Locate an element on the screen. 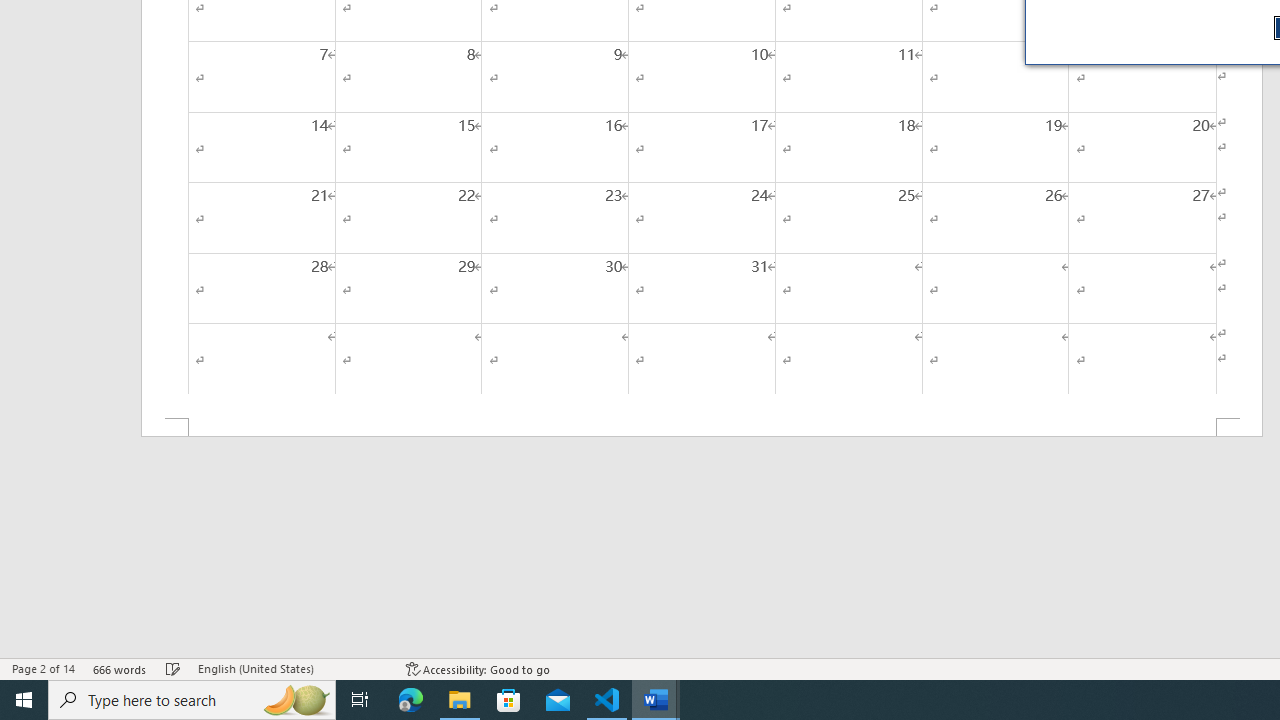  'Footer -Section 1-' is located at coordinates (702, 426).